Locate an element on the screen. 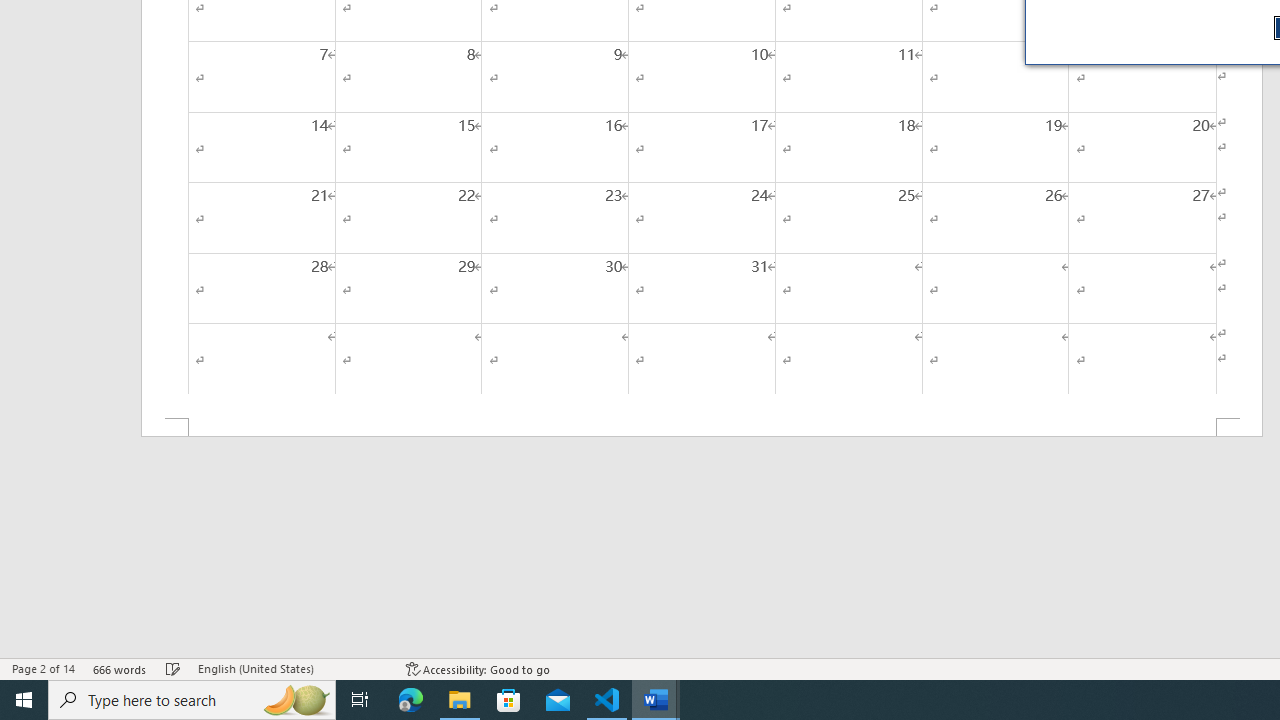  'Footer -Section 1-' is located at coordinates (702, 426).